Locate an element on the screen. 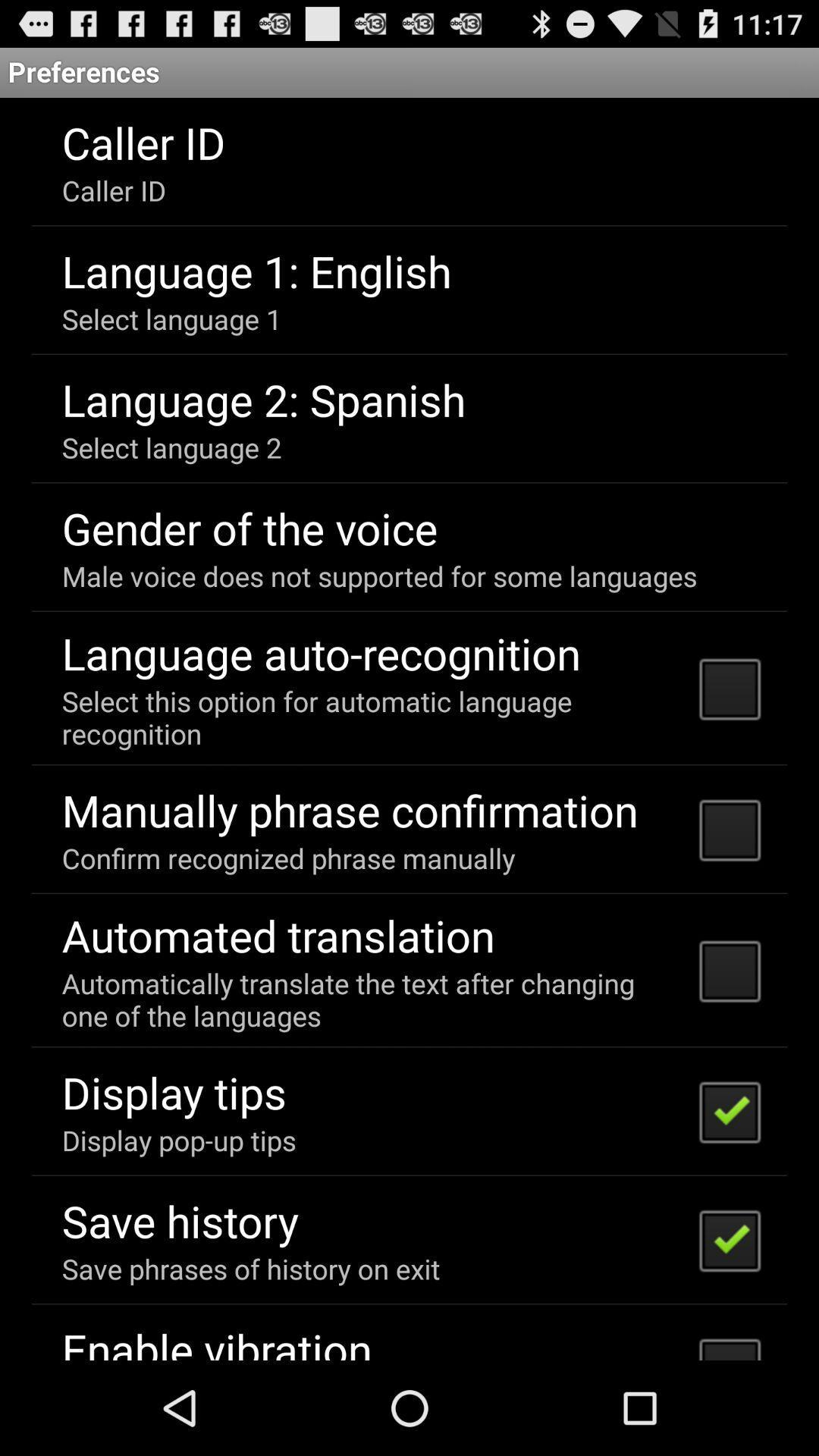  the automated translation app is located at coordinates (278, 934).